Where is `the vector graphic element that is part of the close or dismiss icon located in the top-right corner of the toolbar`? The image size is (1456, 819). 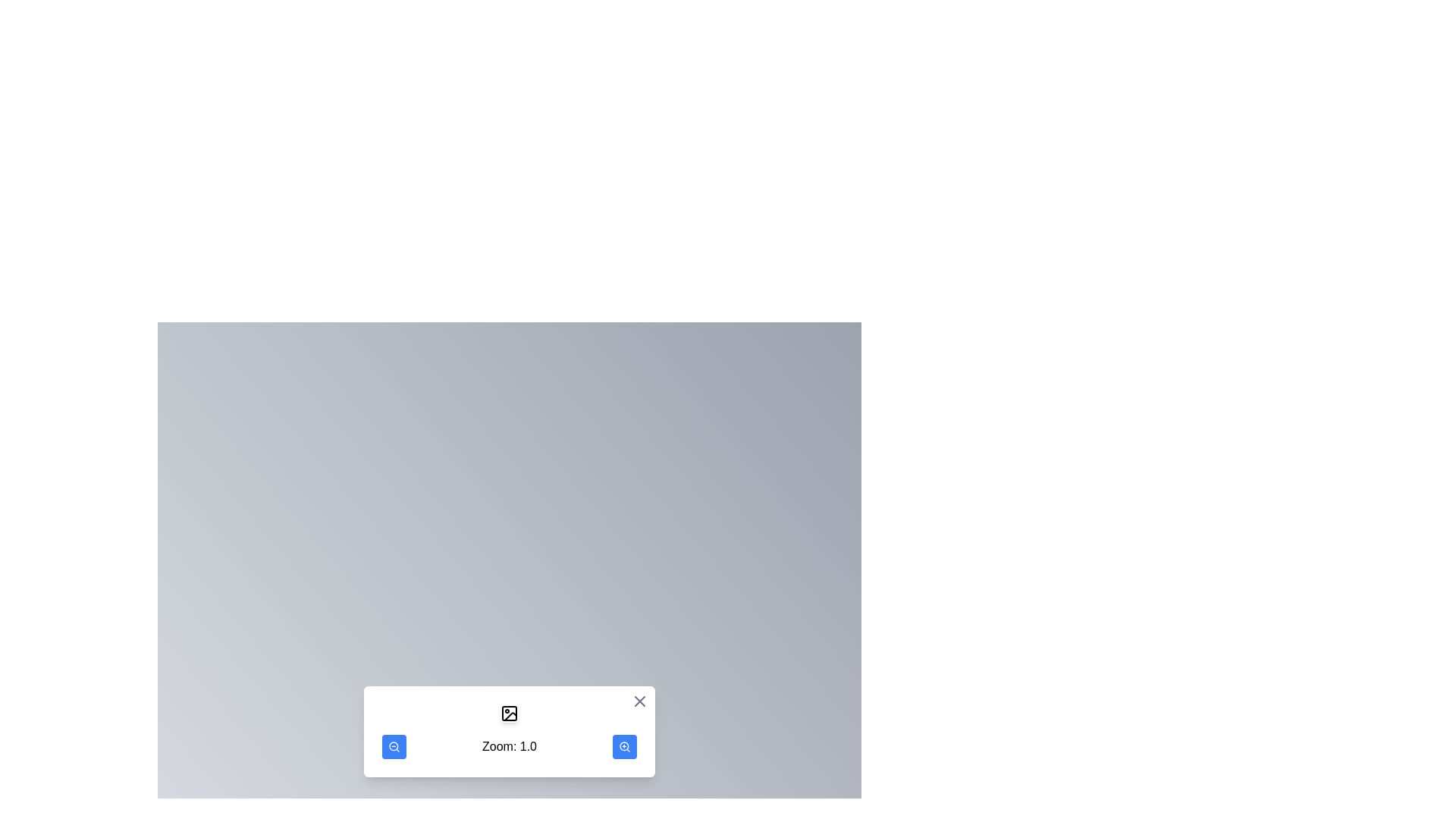
the vector graphic element that is part of the close or dismiss icon located in the top-right corner of the toolbar is located at coordinates (640, 701).